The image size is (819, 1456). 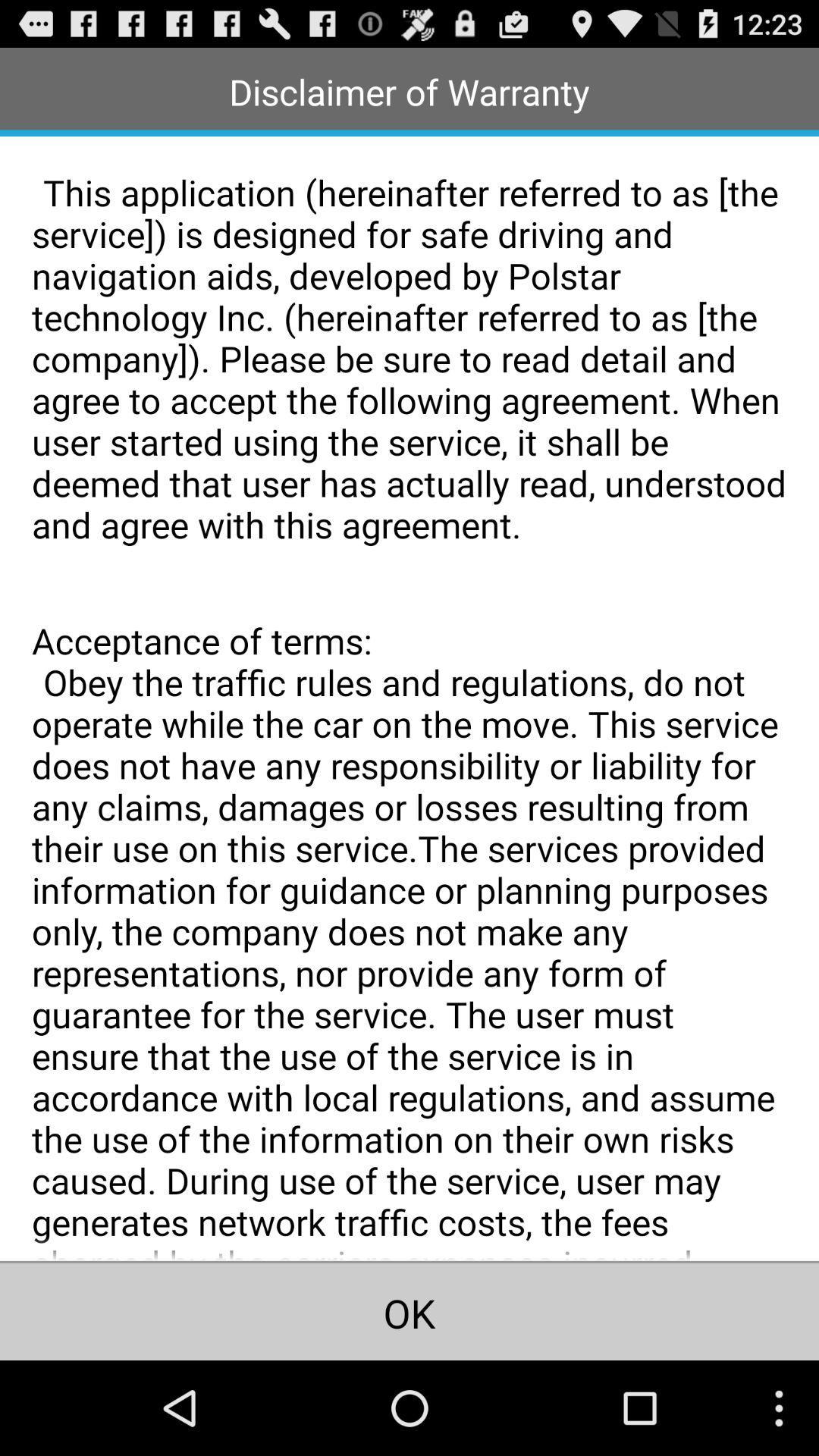 I want to click on ok, so click(x=409, y=1310).